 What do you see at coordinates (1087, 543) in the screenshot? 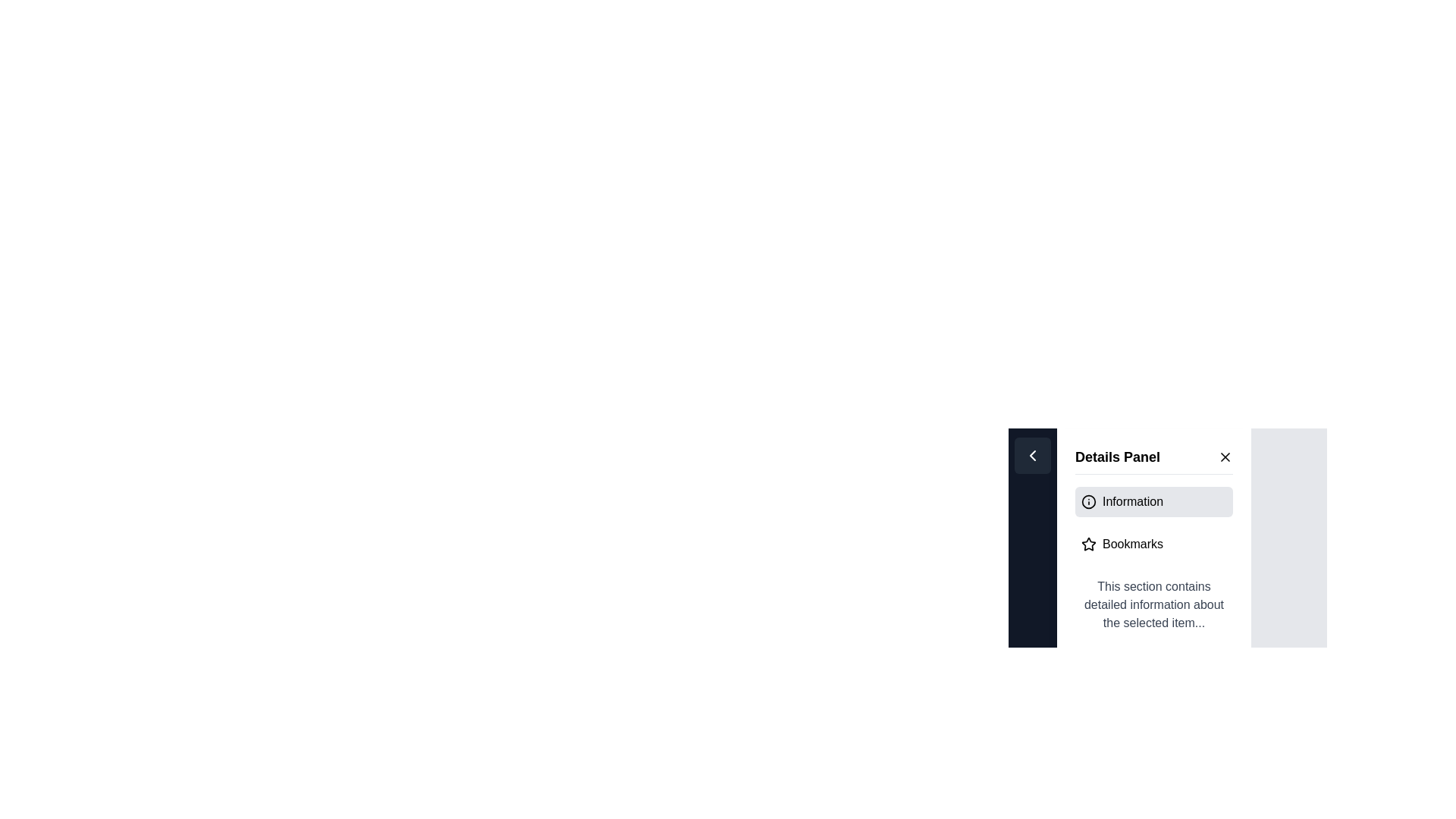
I see `the decorative star icon representing the 'Bookmarks' section located to the left of the 'Bookmarks' button in the 'Details Panel'` at bounding box center [1087, 543].